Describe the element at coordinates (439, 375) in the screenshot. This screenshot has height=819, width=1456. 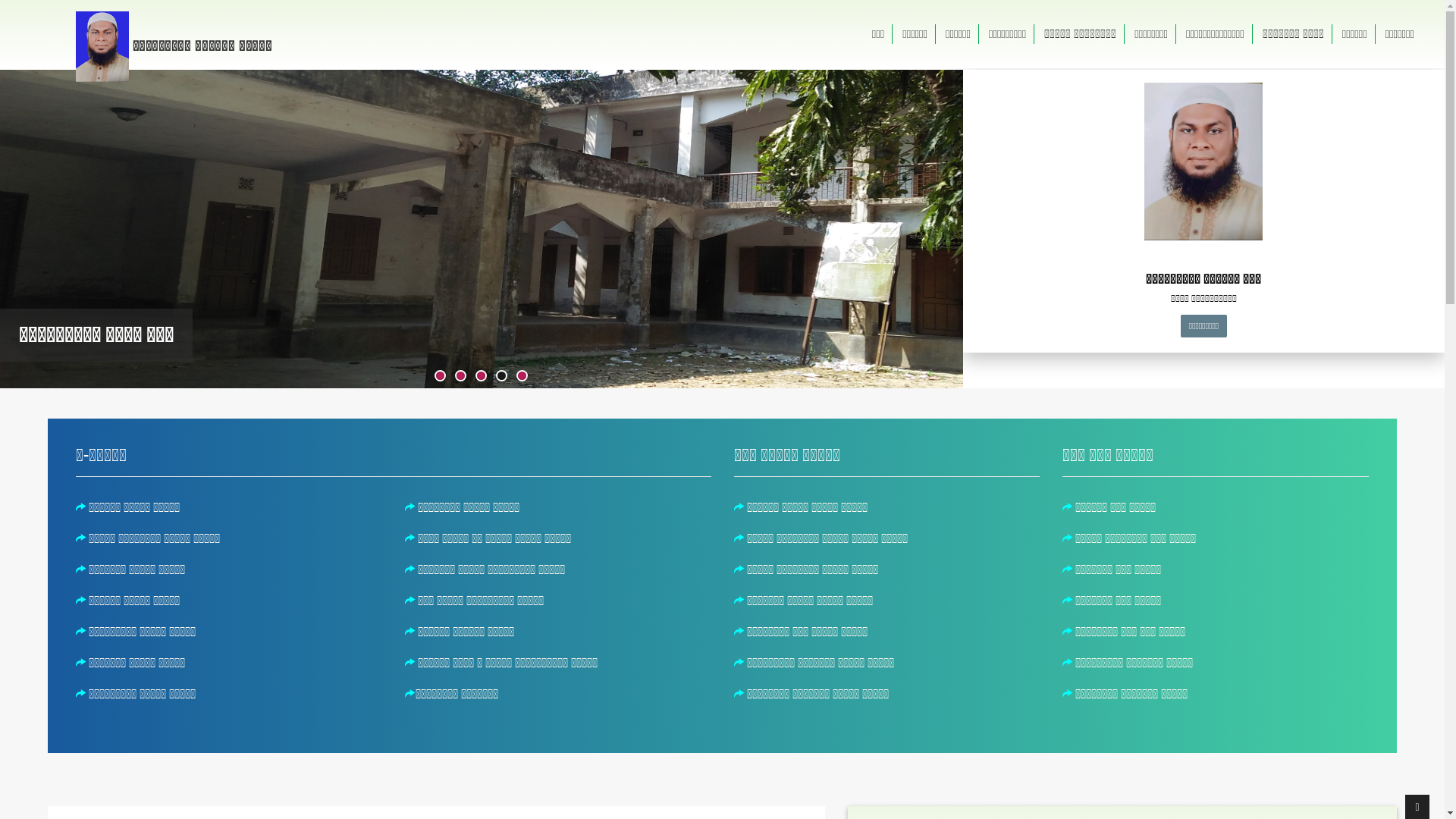
I see `'1'` at that location.